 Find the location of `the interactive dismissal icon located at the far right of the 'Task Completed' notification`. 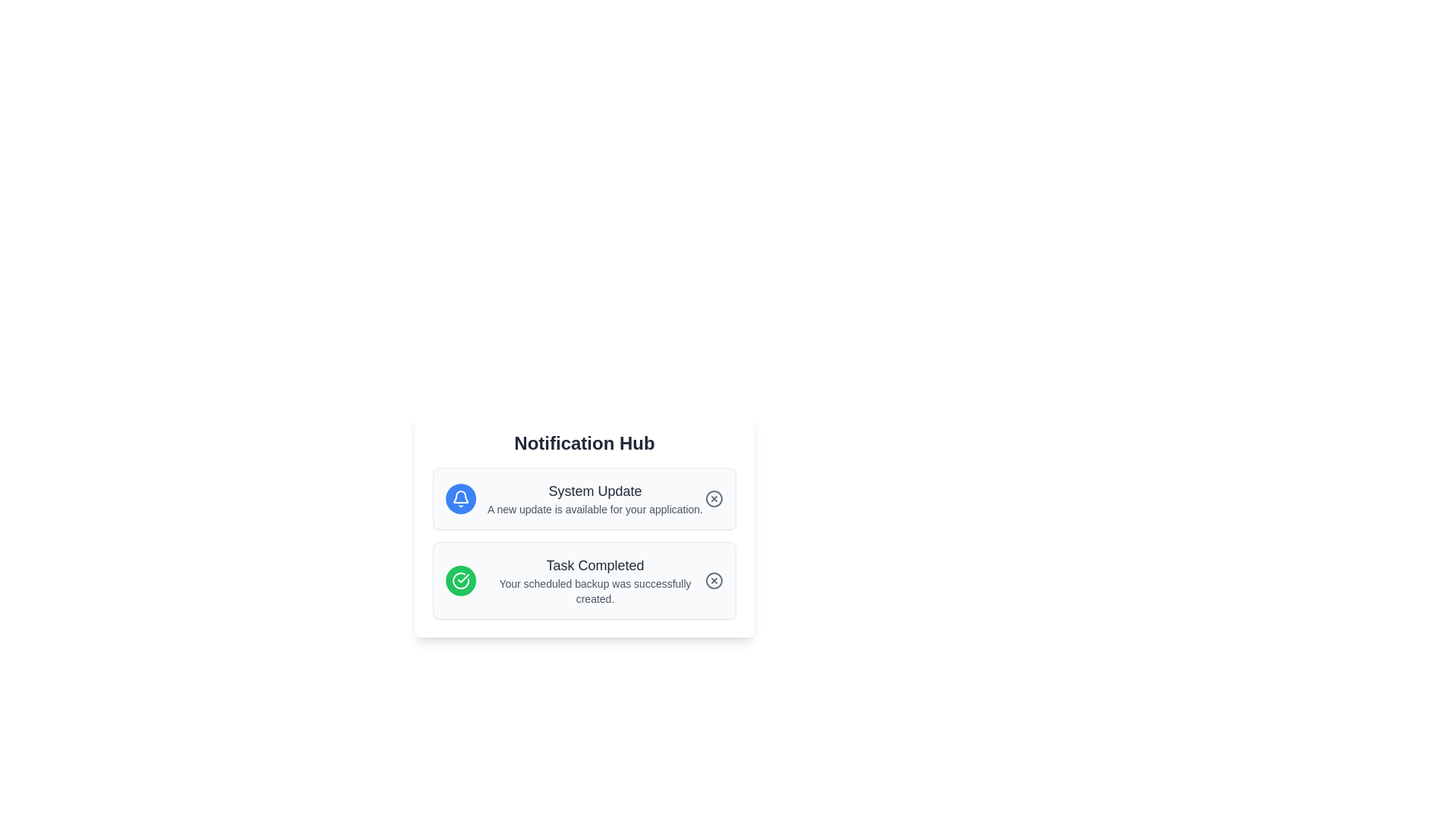

the interactive dismissal icon located at the far right of the 'Task Completed' notification is located at coordinates (713, 580).